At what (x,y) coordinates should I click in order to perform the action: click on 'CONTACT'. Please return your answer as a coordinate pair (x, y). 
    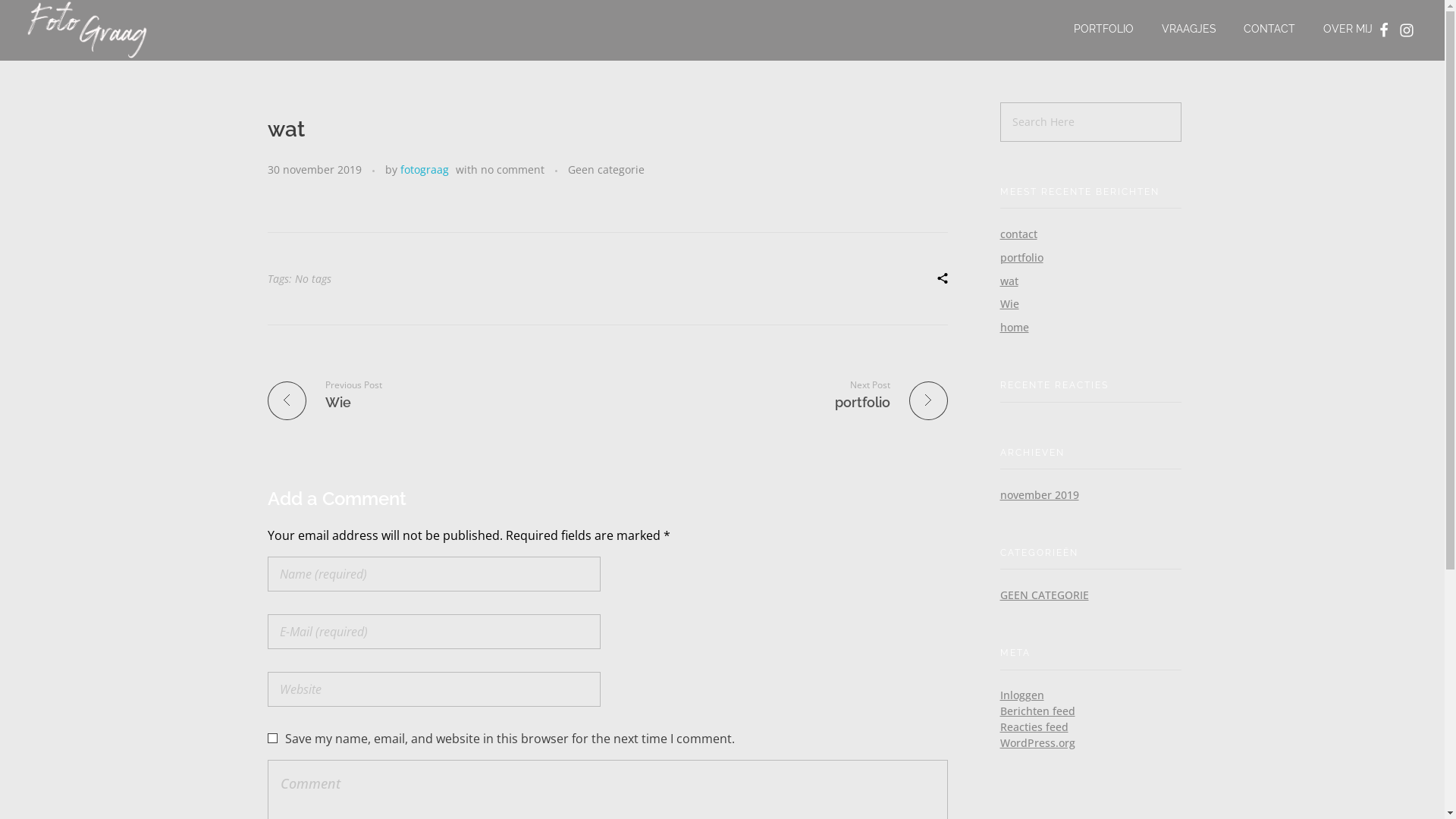
    Looking at the image, I should click on (1269, 29).